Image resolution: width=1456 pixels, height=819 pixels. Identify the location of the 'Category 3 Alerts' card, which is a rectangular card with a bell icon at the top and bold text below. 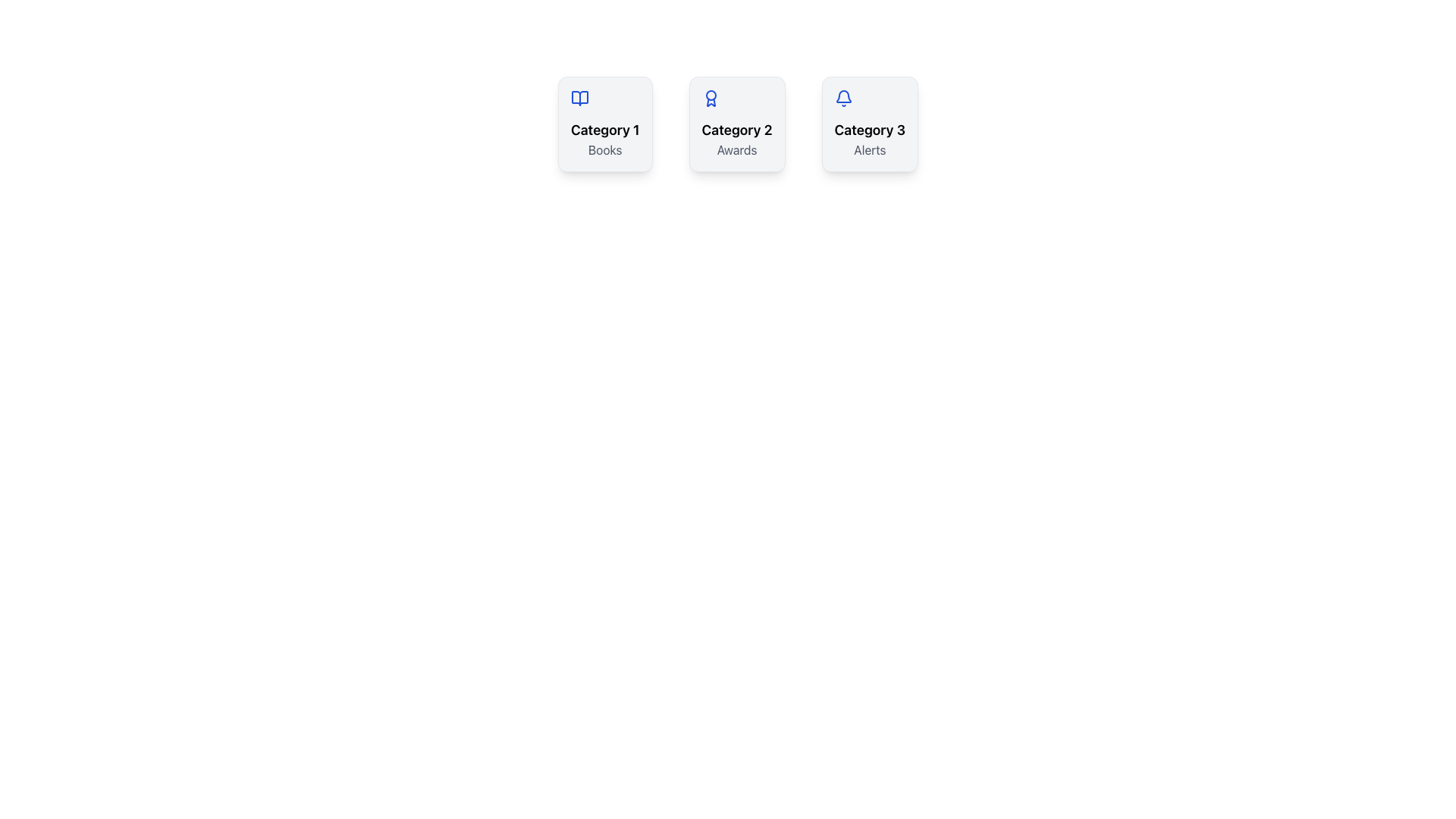
(870, 124).